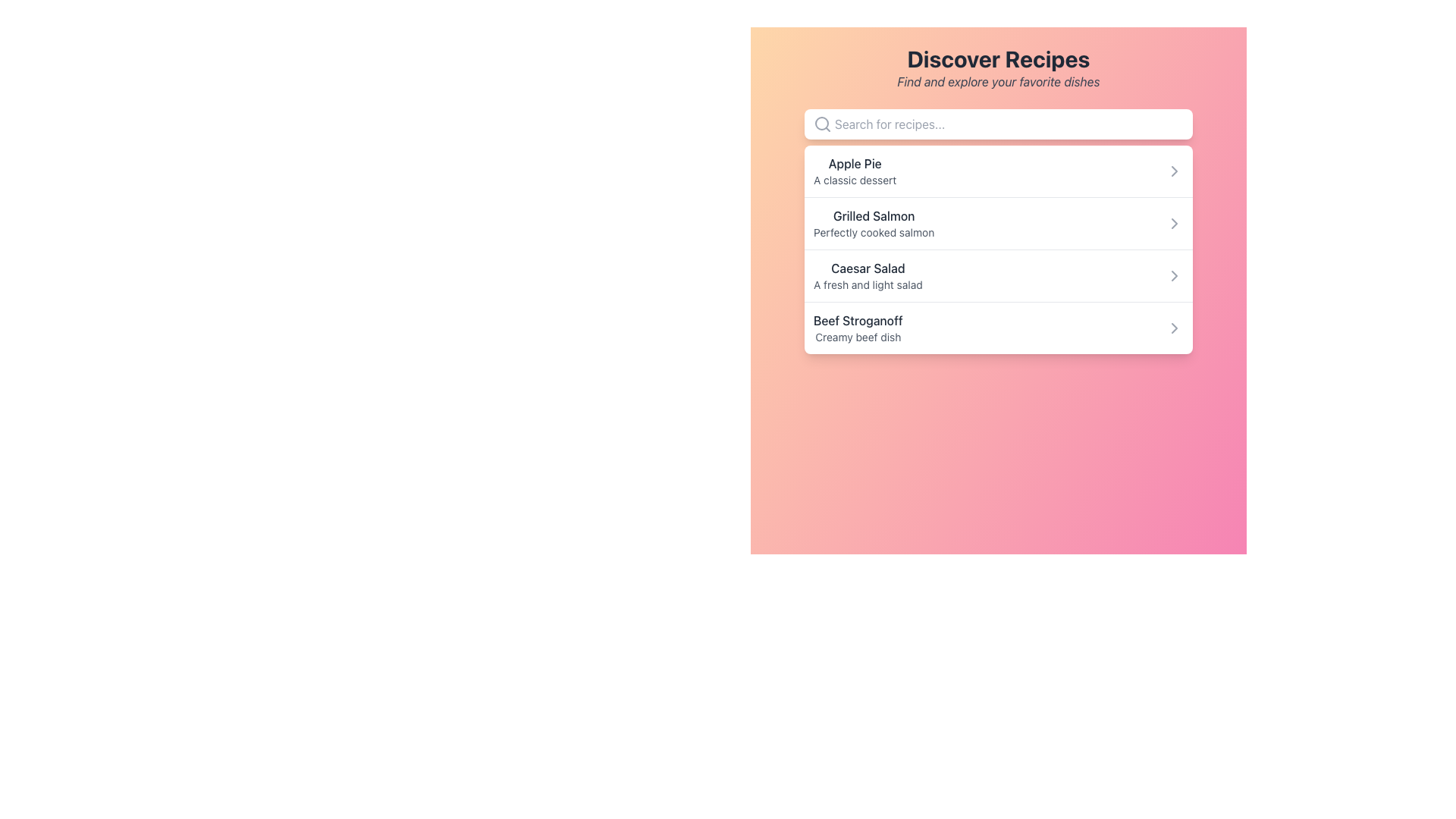 The width and height of the screenshot is (1456, 819). What do you see at coordinates (821, 122) in the screenshot?
I see `the circular shape that represents the outer rim of the magnifying glass icon located inside the search input field at the top left` at bounding box center [821, 122].